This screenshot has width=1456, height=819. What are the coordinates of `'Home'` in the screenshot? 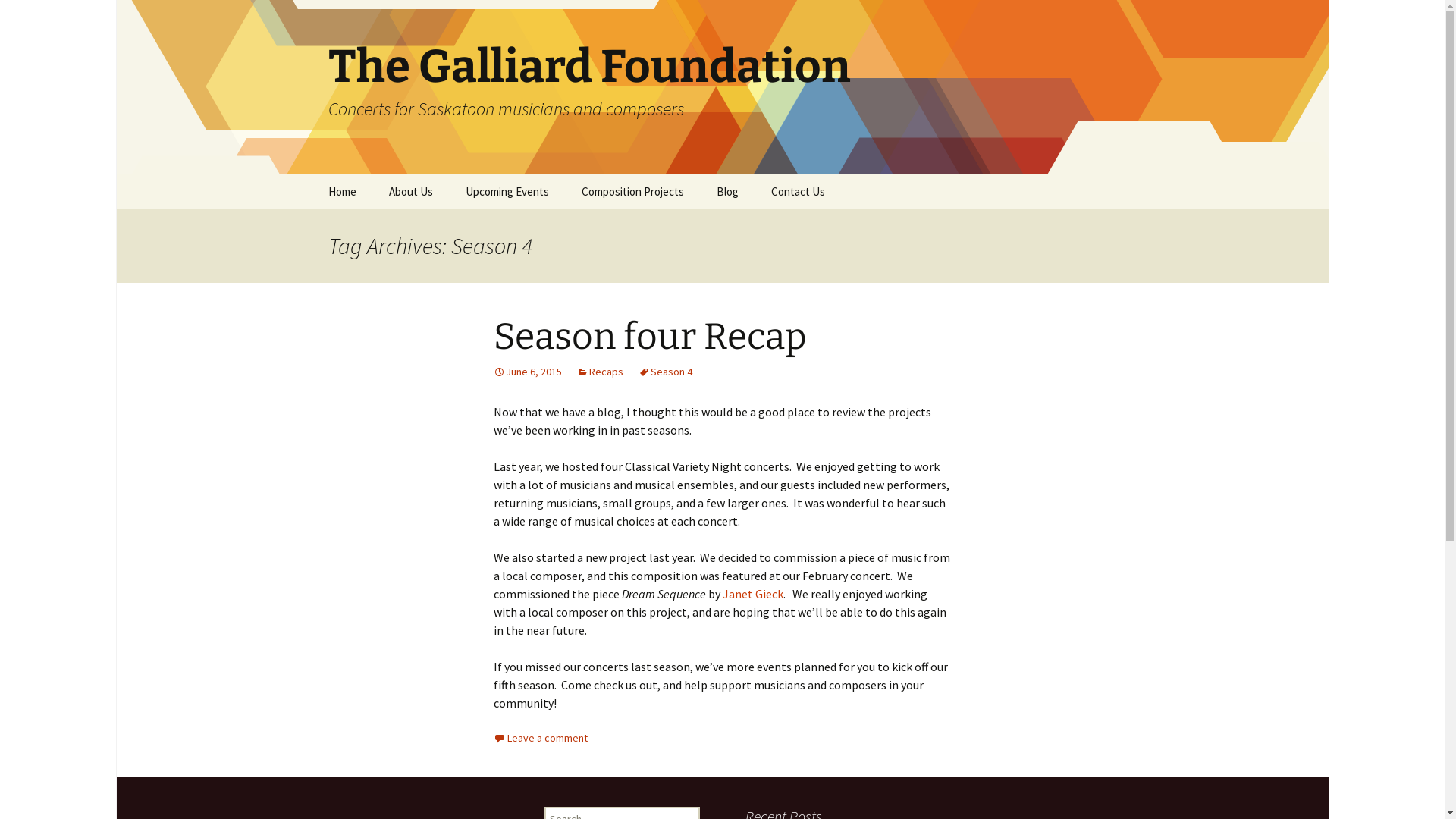 It's located at (312, 190).